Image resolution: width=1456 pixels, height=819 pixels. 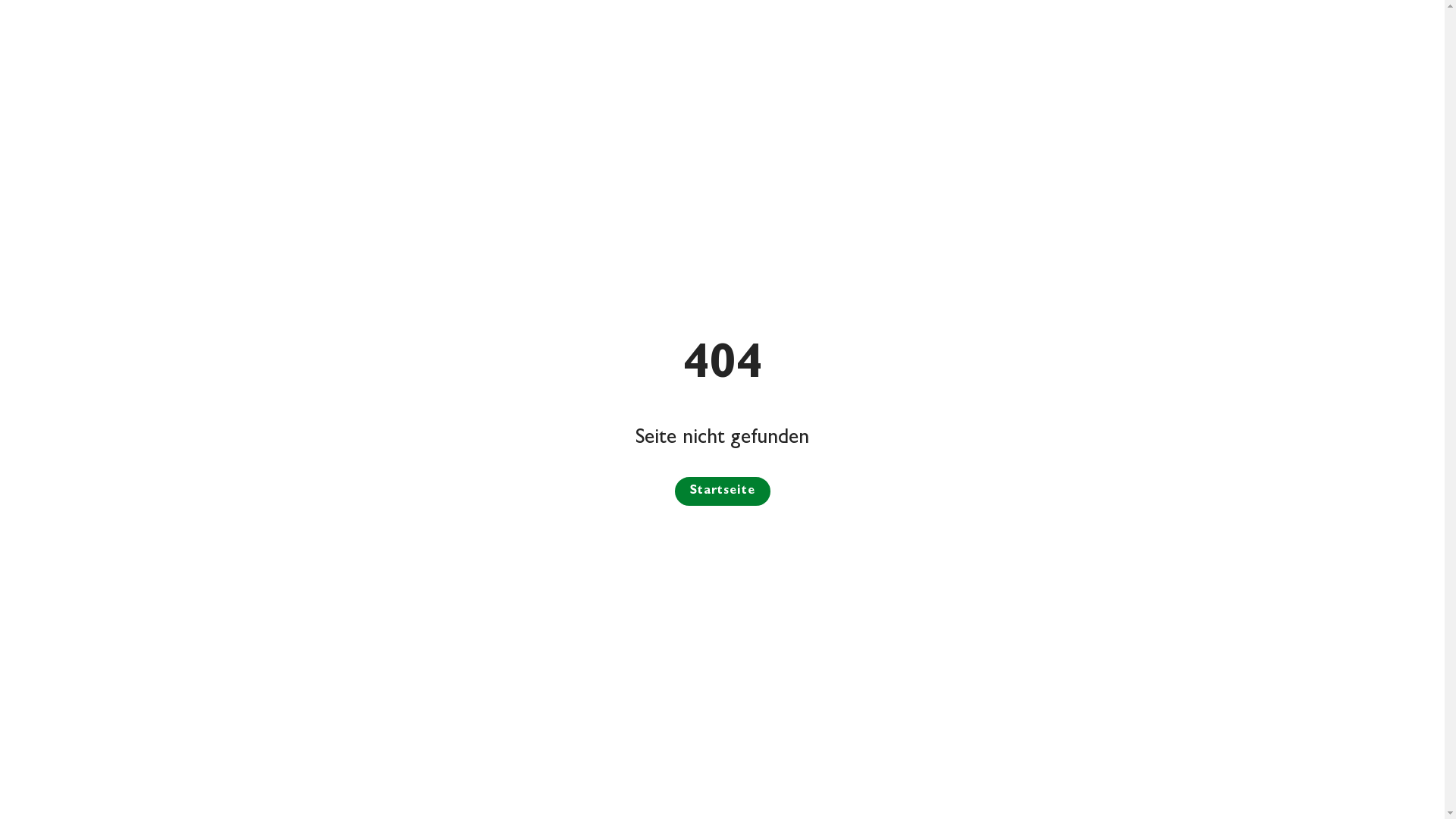 I want to click on 'Startseite', so click(x=722, y=491).